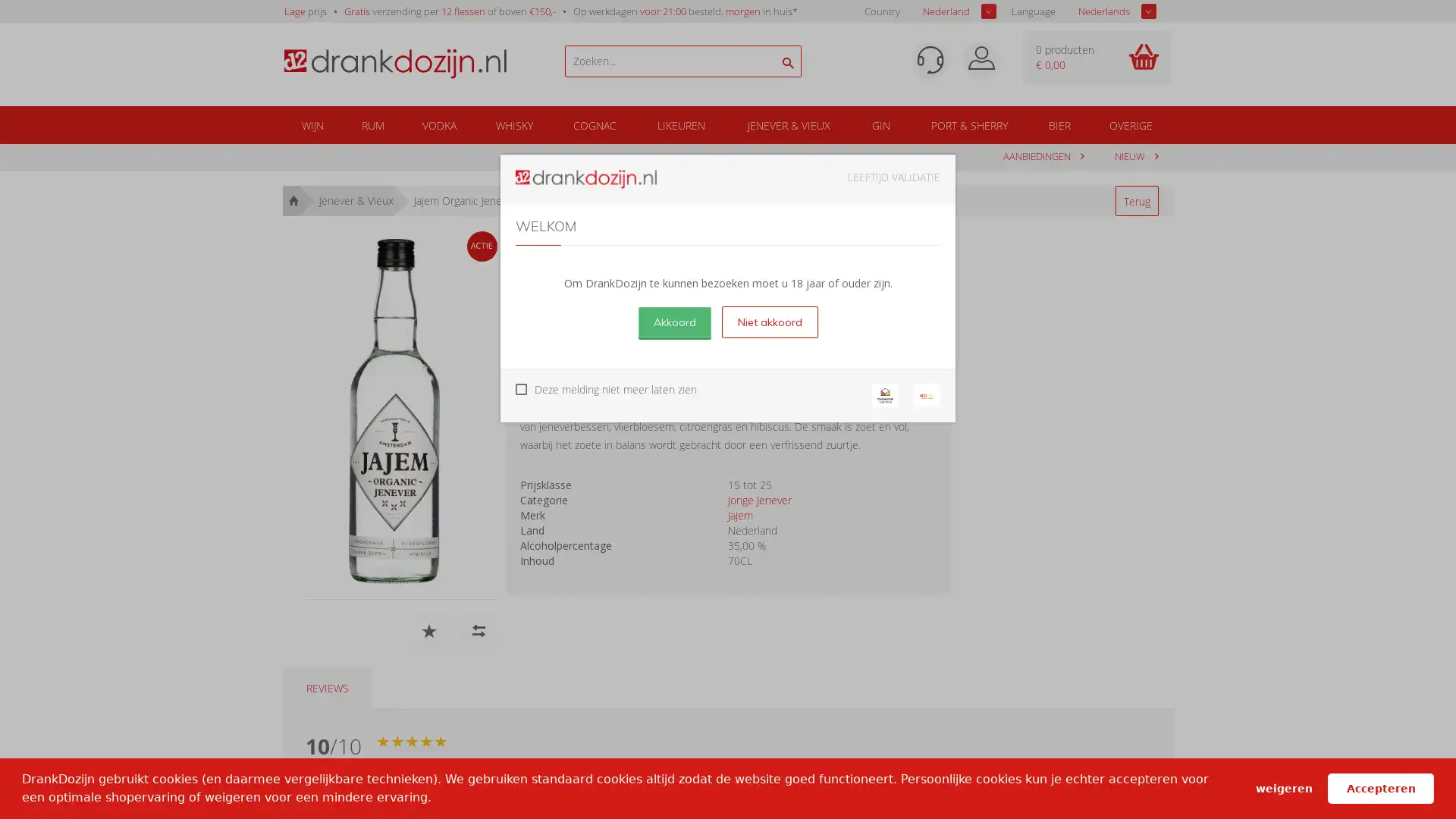  I want to click on Akkoord, so click(673, 321).